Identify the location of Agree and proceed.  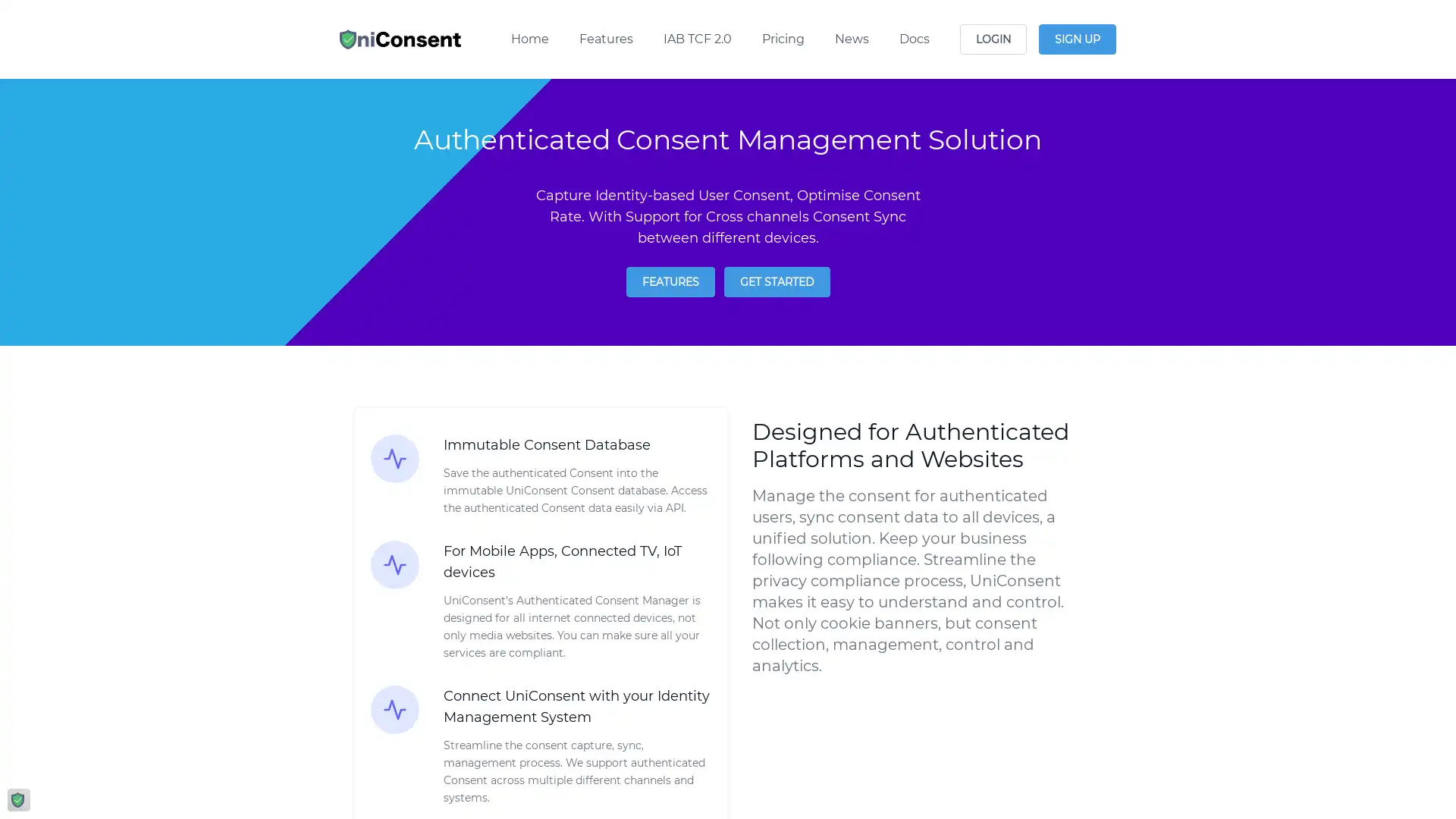
(345, 791).